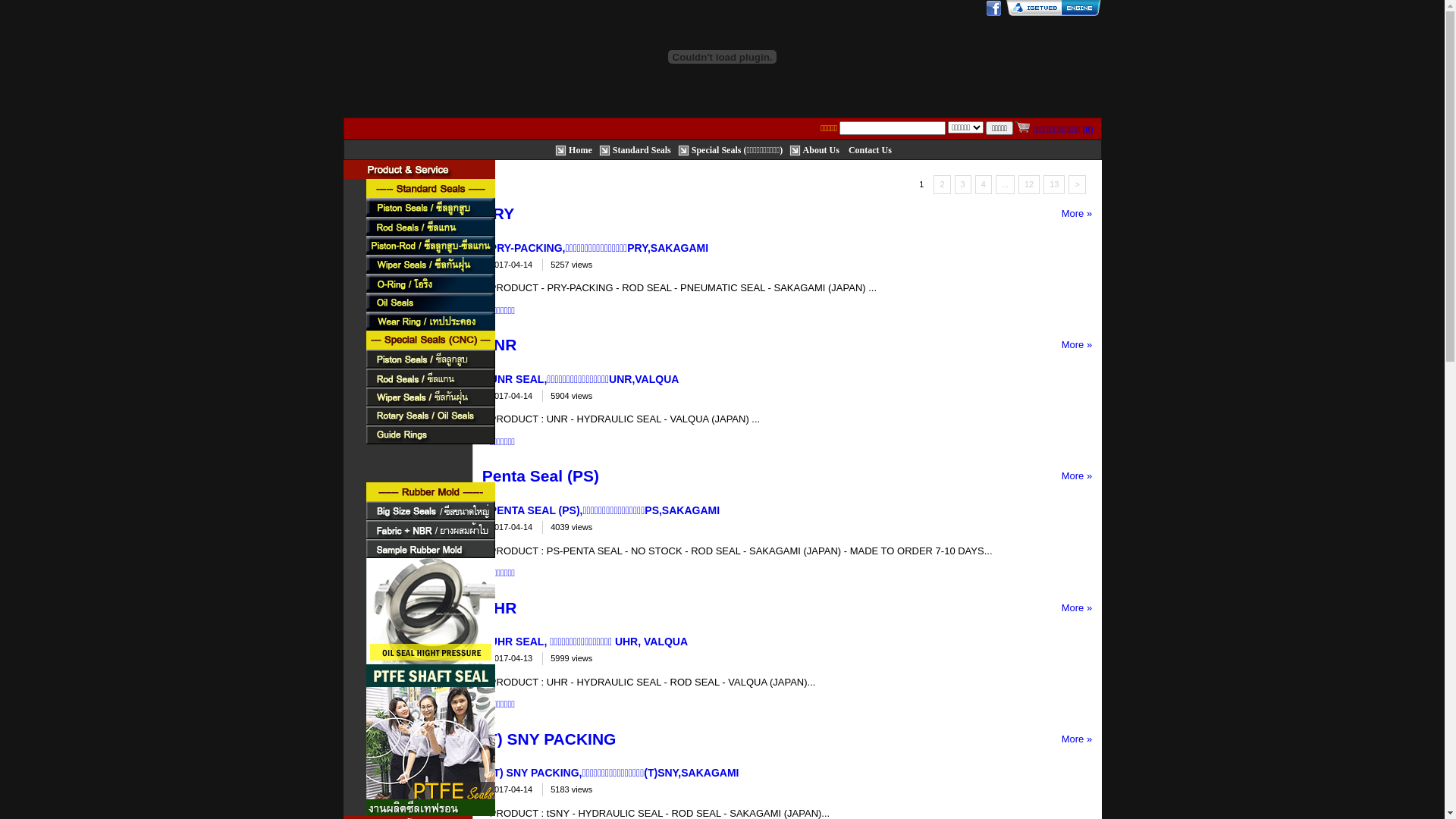 The height and width of the screenshot is (819, 1456). What do you see at coordinates (499, 344) in the screenshot?
I see `'UNR'` at bounding box center [499, 344].